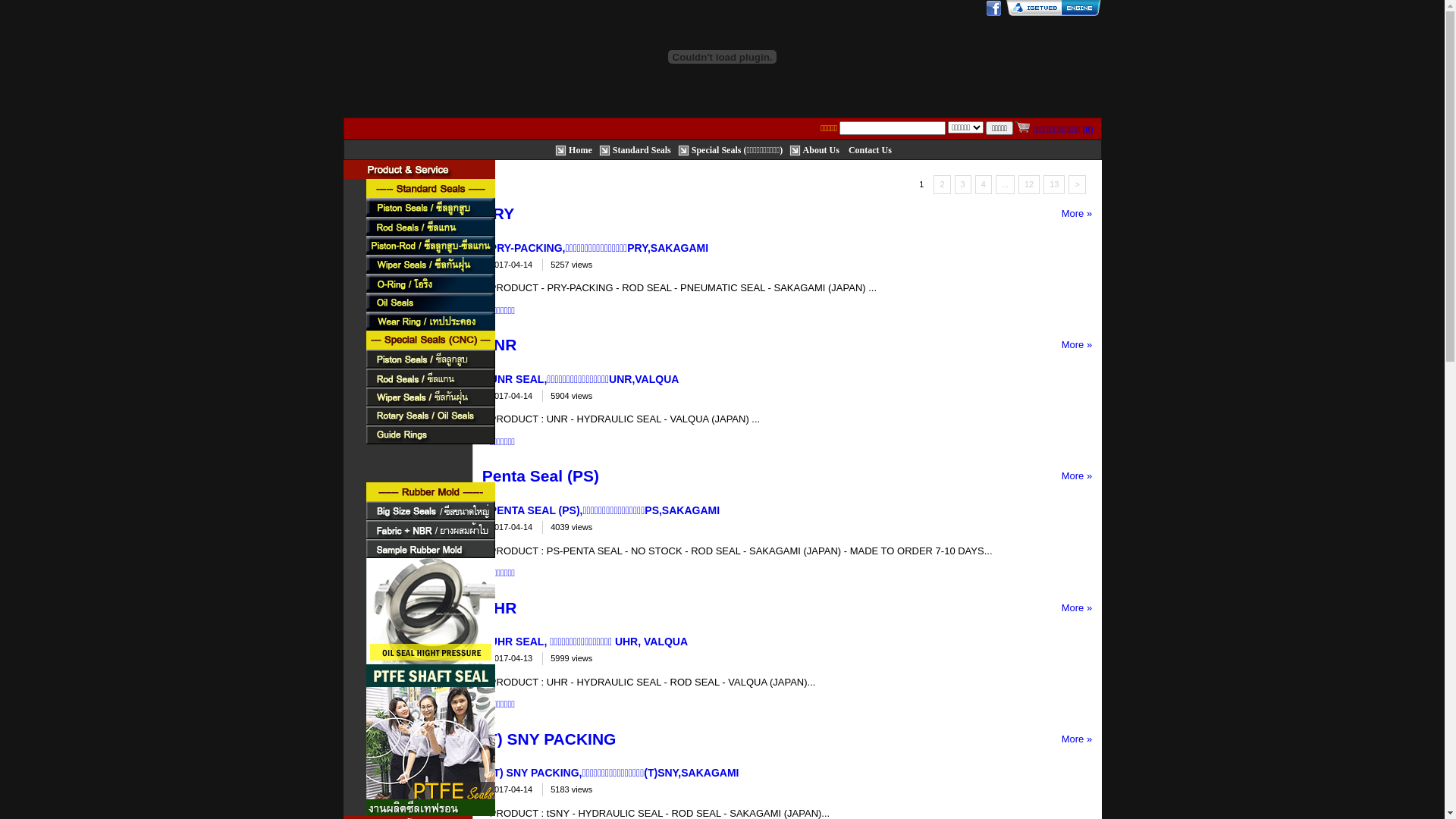 The height and width of the screenshot is (819, 1456). What do you see at coordinates (499, 344) in the screenshot?
I see `'UNR'` at bounding box center [499, 344].